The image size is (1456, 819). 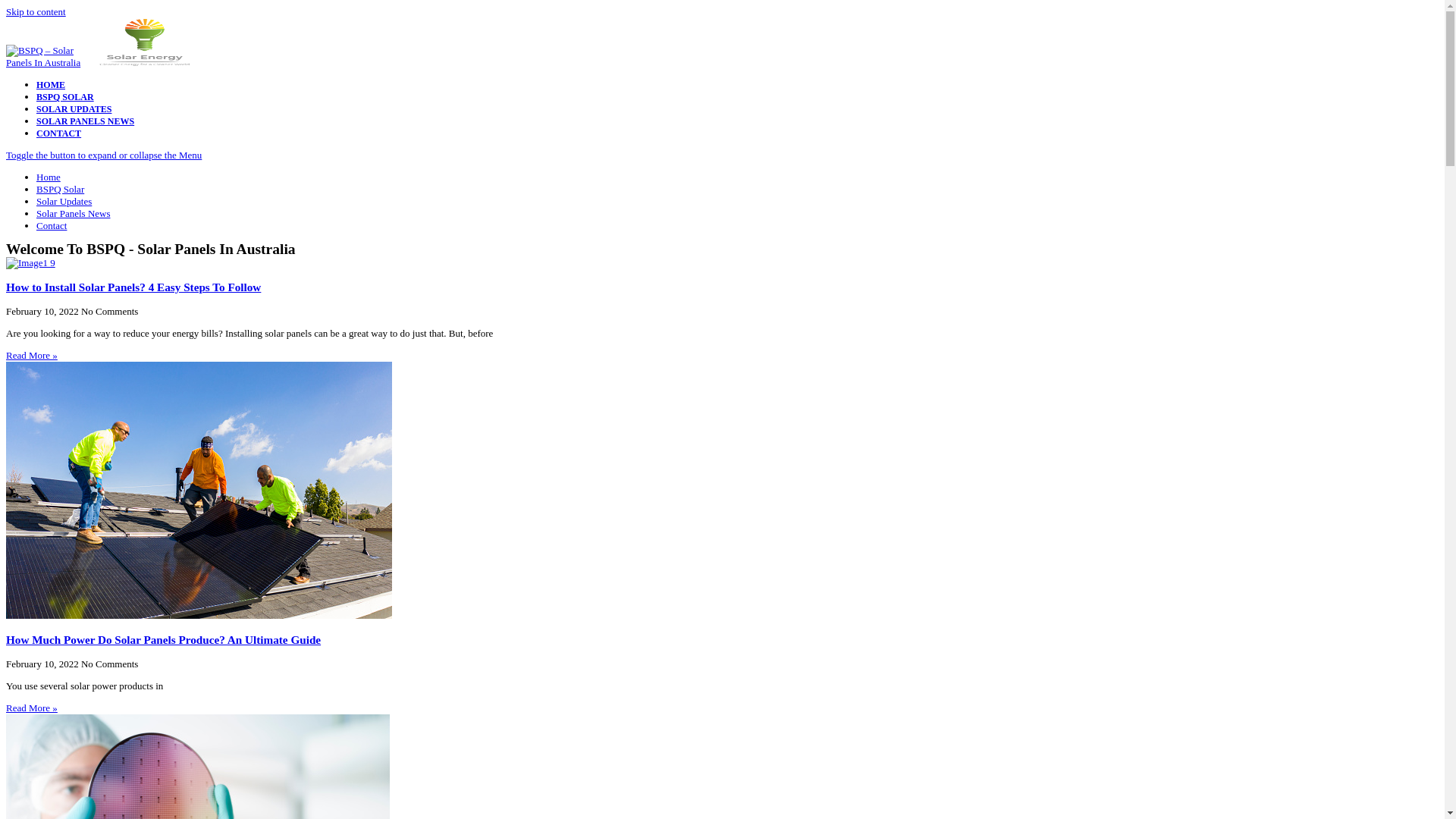 What do you see at coordinates (6, 11) in the screenshot?
I see `'Skip to content'` at bounding box center [6, 11].